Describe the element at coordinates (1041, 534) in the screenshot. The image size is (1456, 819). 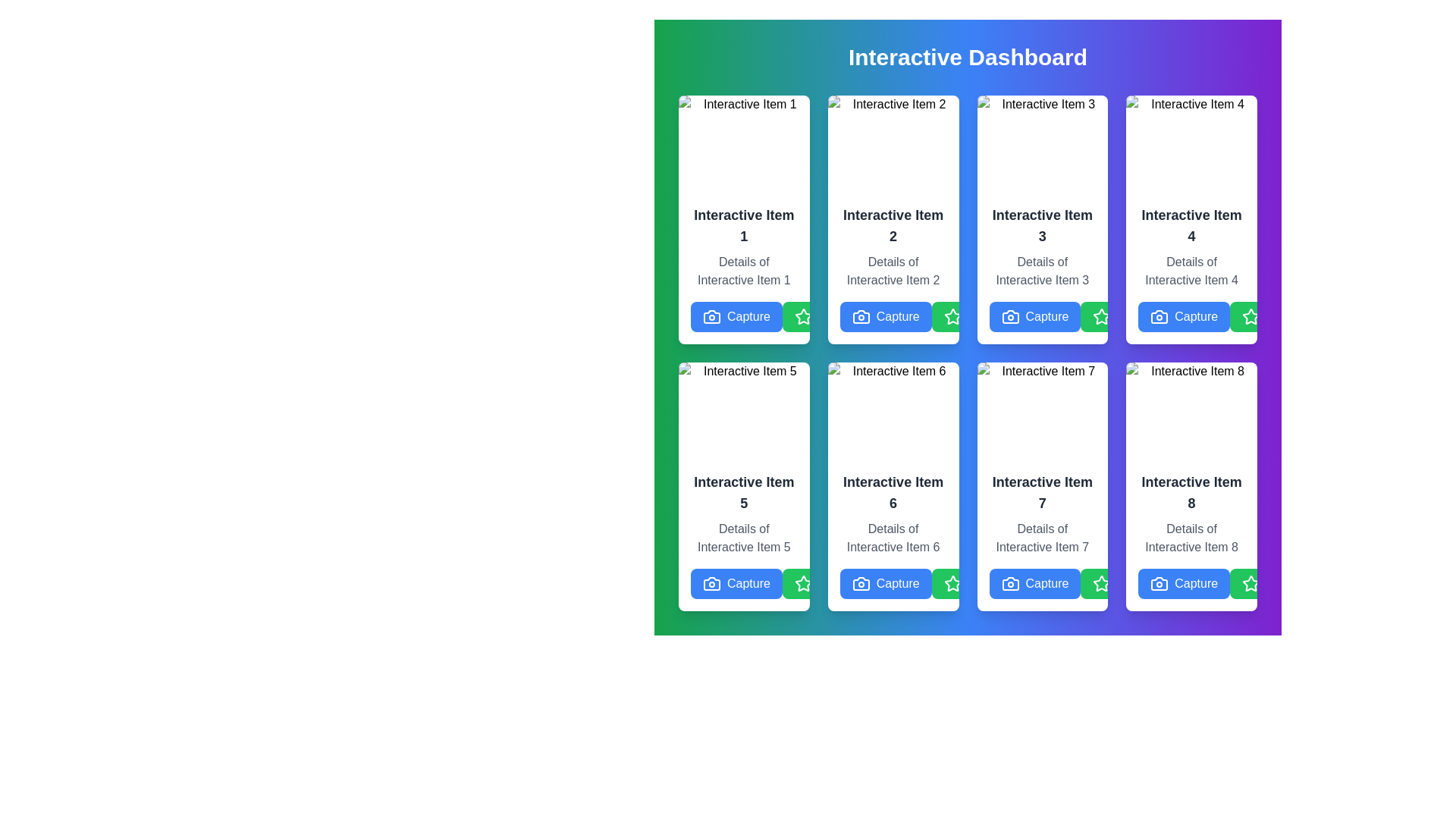
I see `supplementary text located in the card labeled 'Interactive Item 7', which is centered below the title text and above a row of buttons` at that location.